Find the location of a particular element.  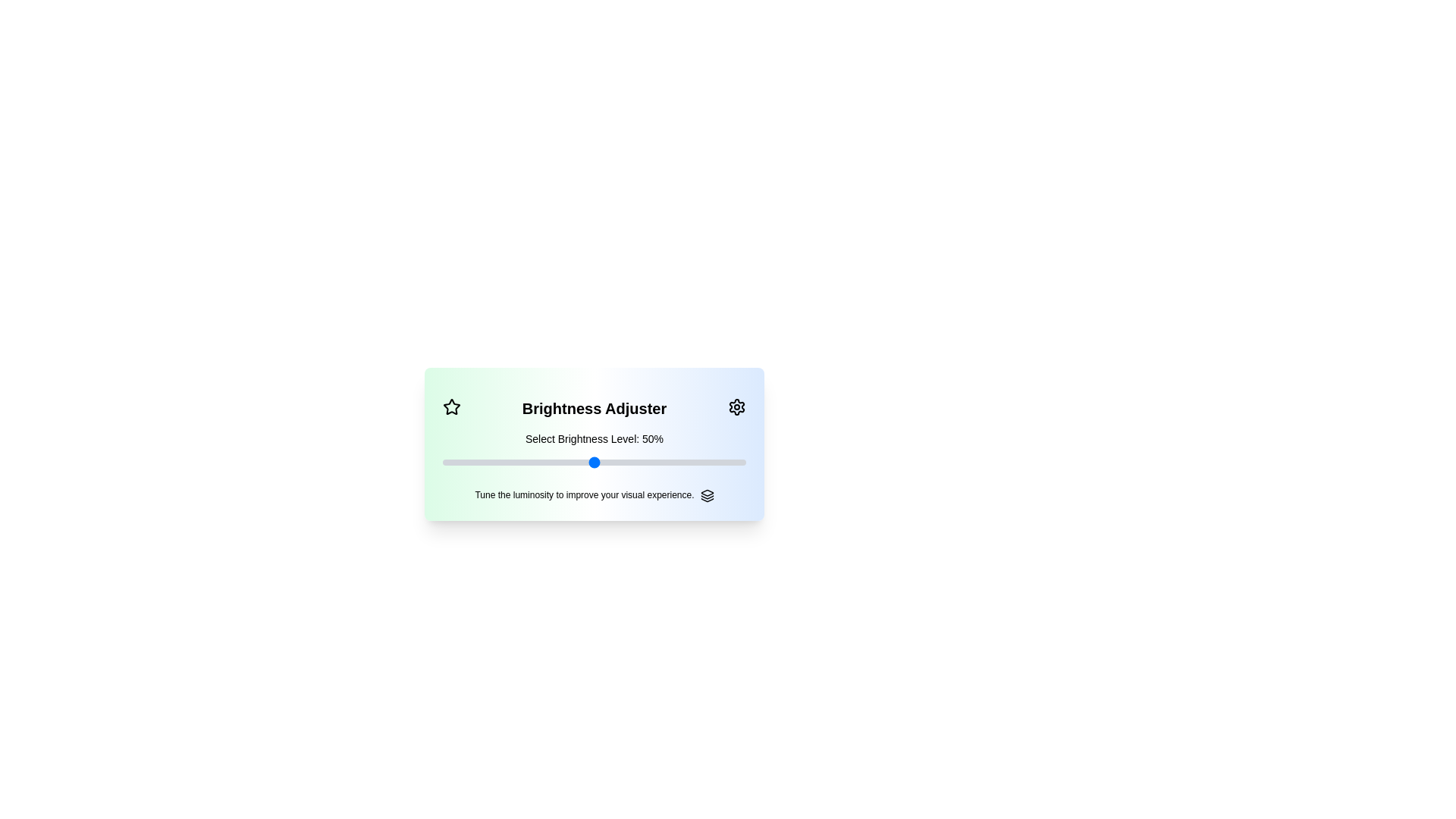

the brightness level to 99% by moving the slider is located at coordinates (742, 461).